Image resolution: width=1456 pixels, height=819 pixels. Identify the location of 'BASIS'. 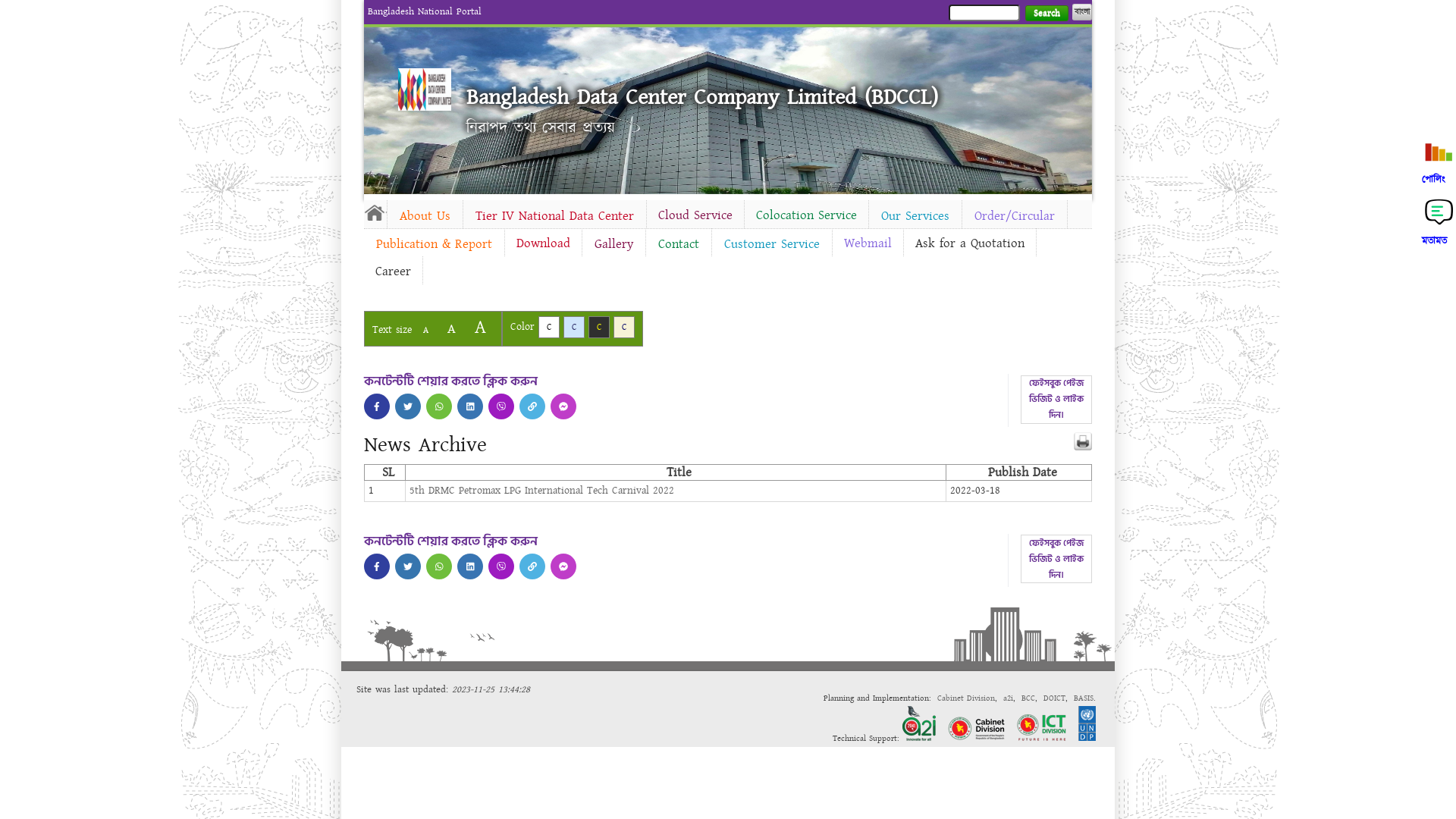
(1083, 698).